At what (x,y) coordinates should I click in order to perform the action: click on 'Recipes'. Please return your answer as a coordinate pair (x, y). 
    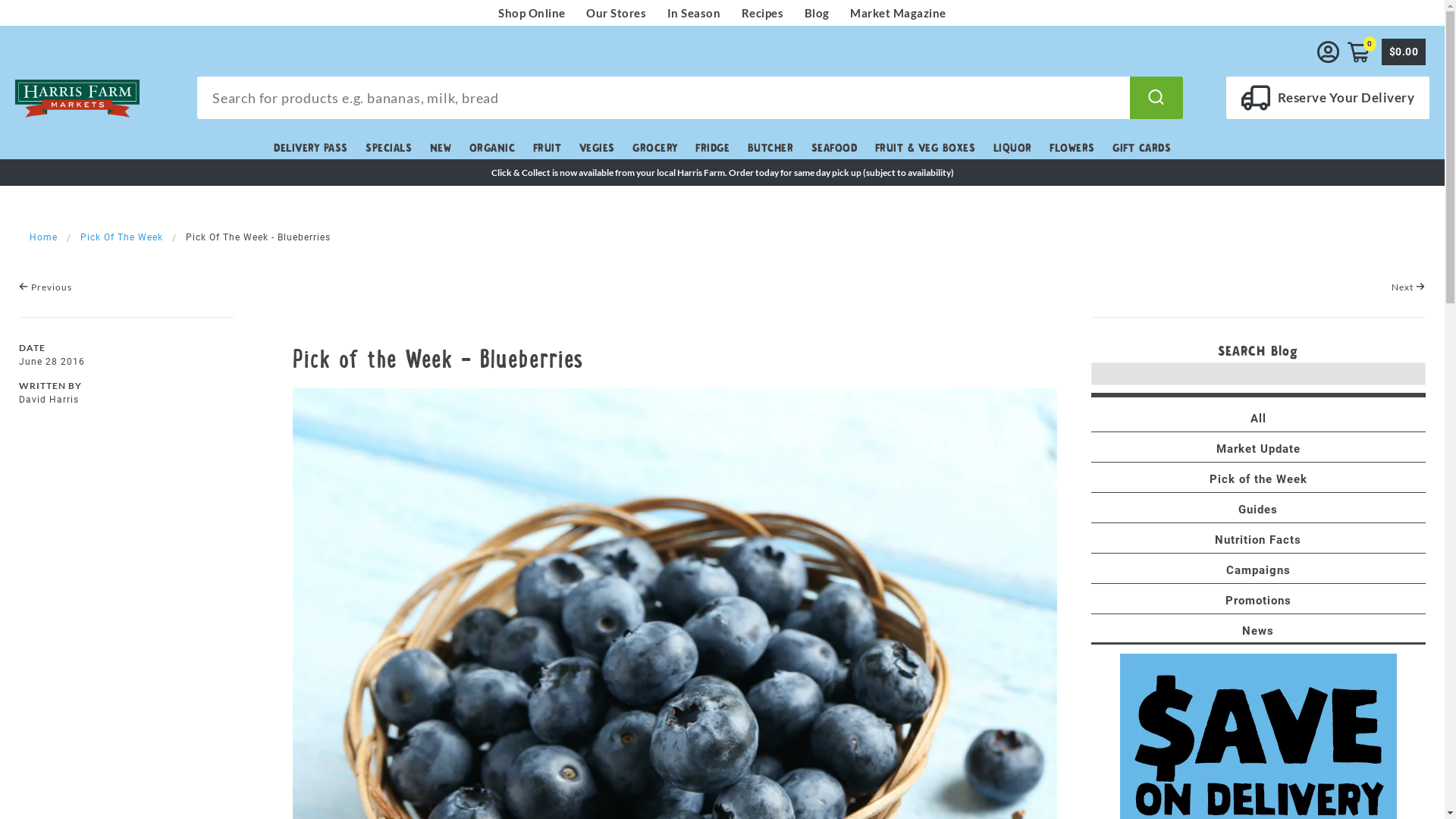
    Looking at the image, I should click on (763, 12).